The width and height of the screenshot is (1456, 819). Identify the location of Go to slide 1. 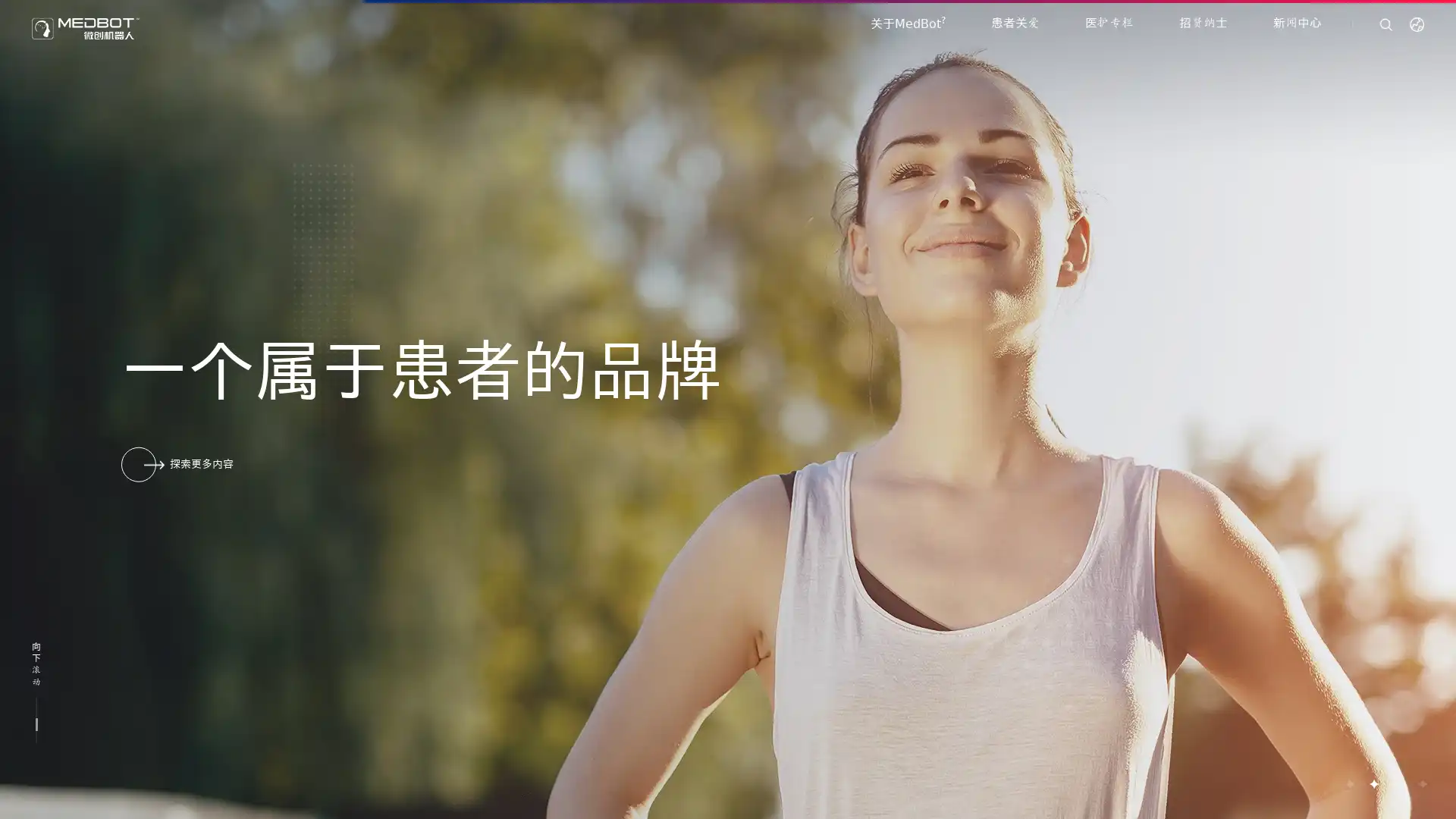
(1349, 783).